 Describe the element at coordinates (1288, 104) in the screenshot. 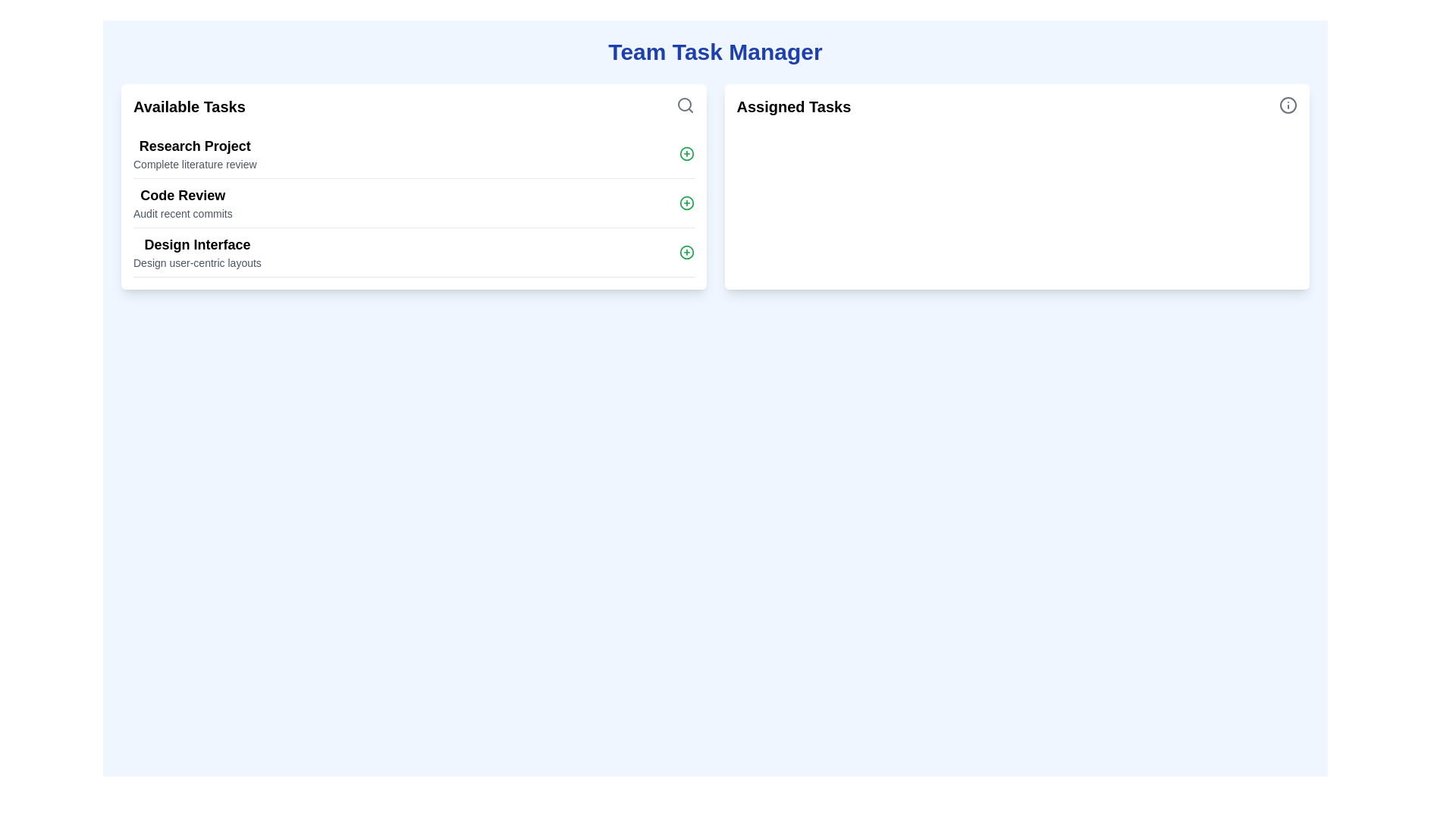

I see `the circular gray icon with a central dot and vertical line located at the top-right corner of the 'Assigned Tasks' card` at that location.